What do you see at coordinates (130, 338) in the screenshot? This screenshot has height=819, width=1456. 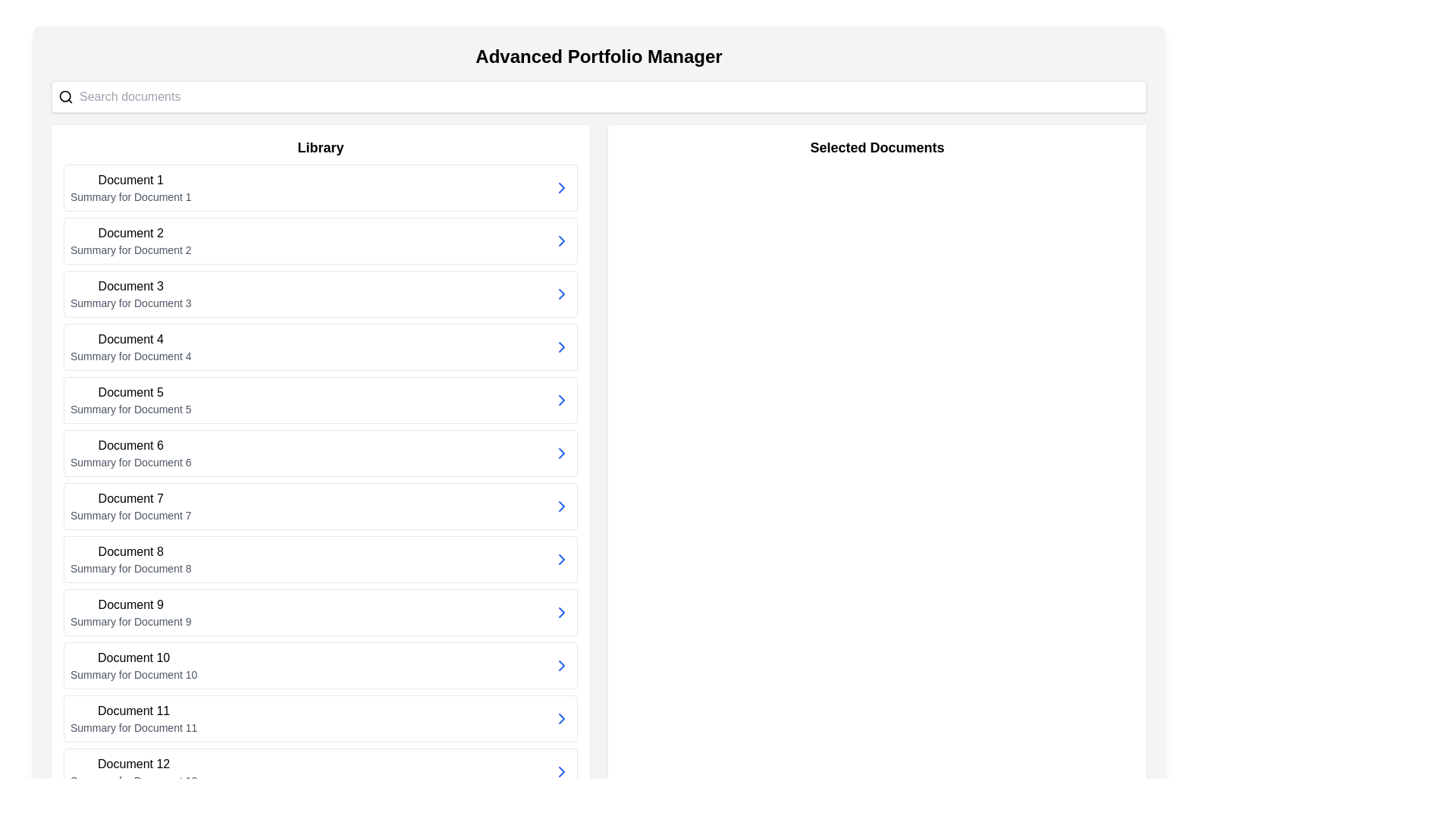 I see `the Text label that serves as the title of 'Document 4' in the Library section, specifically the fourth item from the top of the list on the left panel` at bounding box center [130, 338].